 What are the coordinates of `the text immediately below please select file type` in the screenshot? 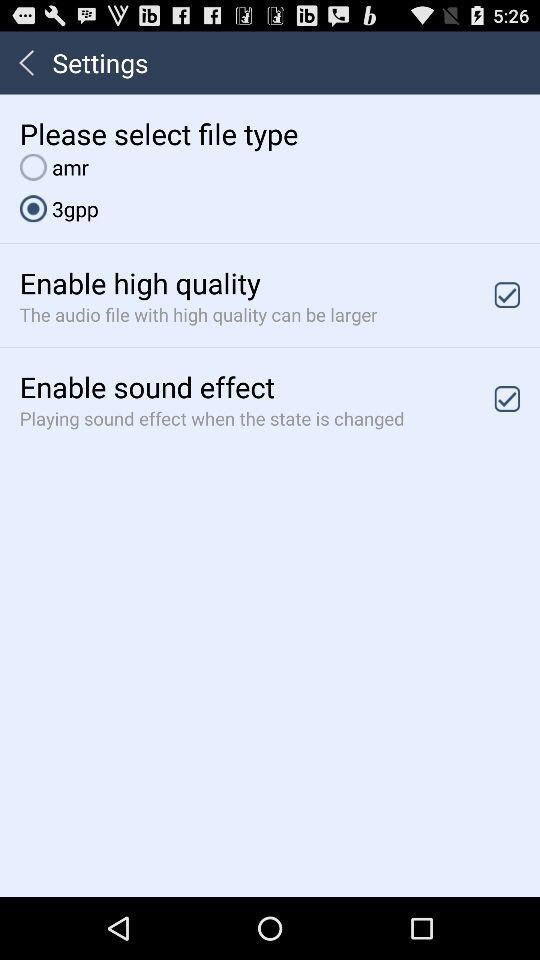 It's located at (54, 166).